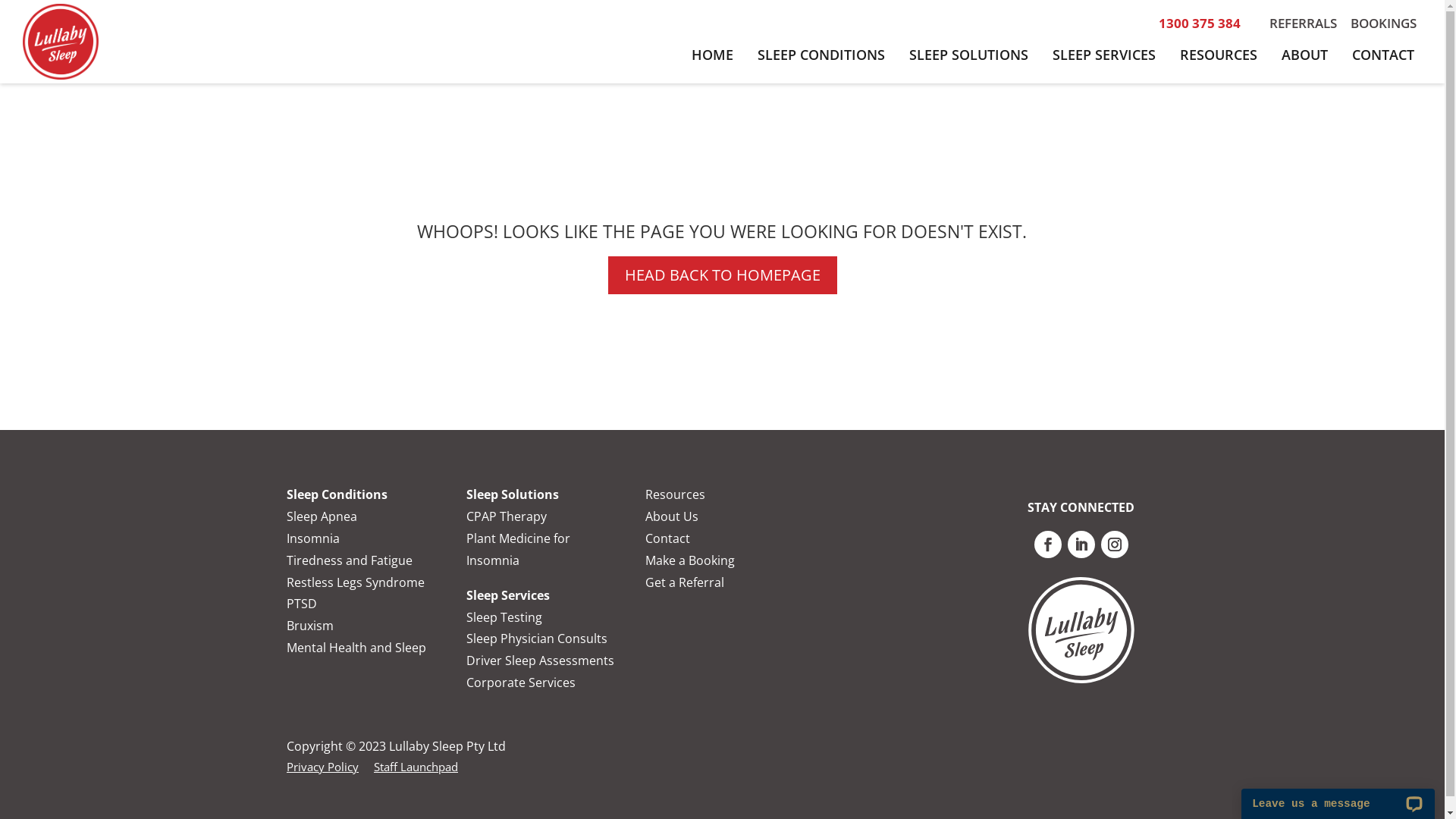  Describe the element at coordinates (1219, 54) in the screenshot. I see `'RESOURCES'` at that location.